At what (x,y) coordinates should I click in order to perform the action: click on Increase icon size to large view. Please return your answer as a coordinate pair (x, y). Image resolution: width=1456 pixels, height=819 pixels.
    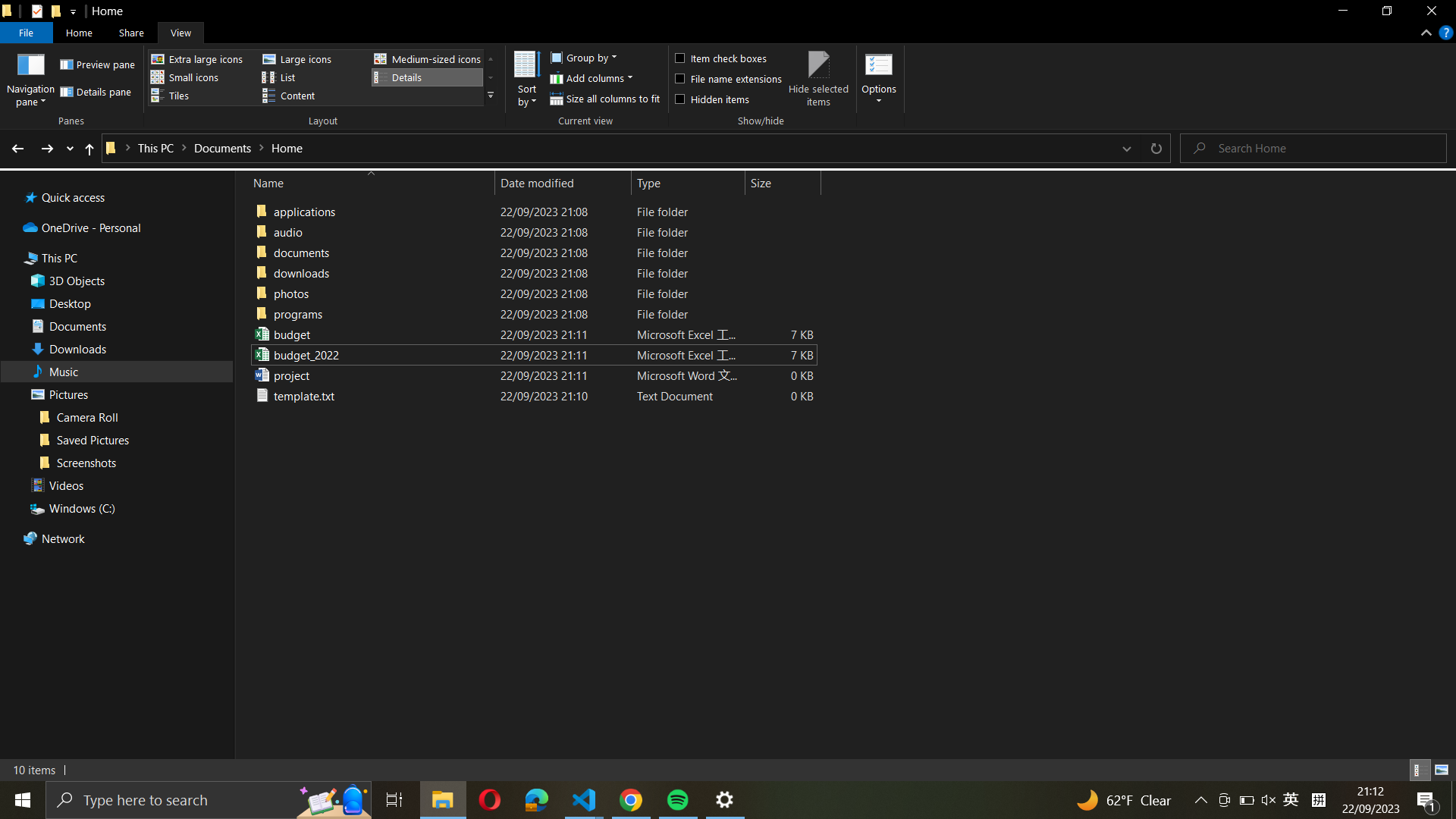
    Looking at the image, I should click on (309, 58).